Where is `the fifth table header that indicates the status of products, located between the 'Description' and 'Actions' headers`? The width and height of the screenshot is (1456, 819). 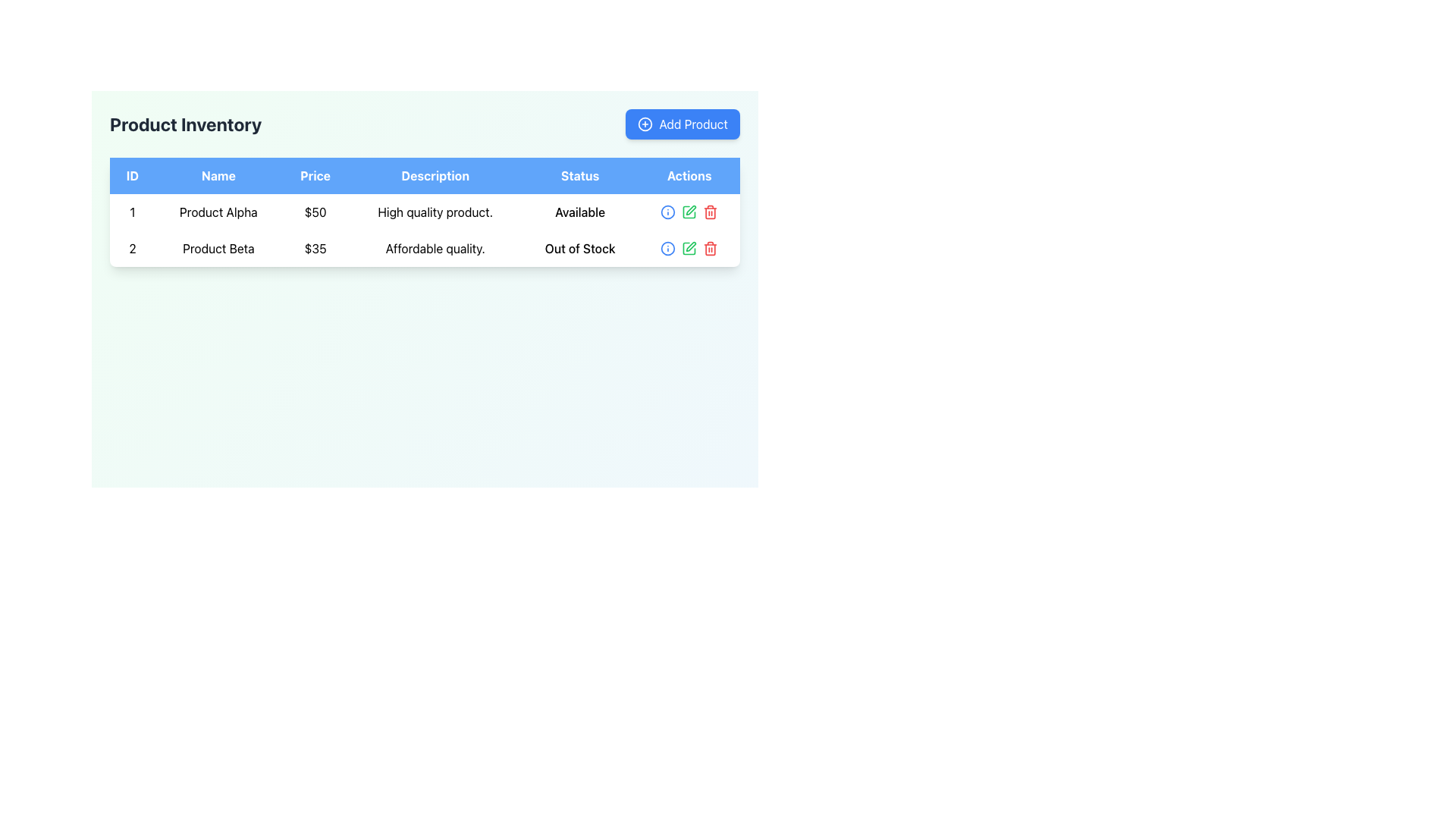 the fifth table header that indicates the status of products, located between the 'Description' and 'Actions' headers is located at coordinates (579, 174).